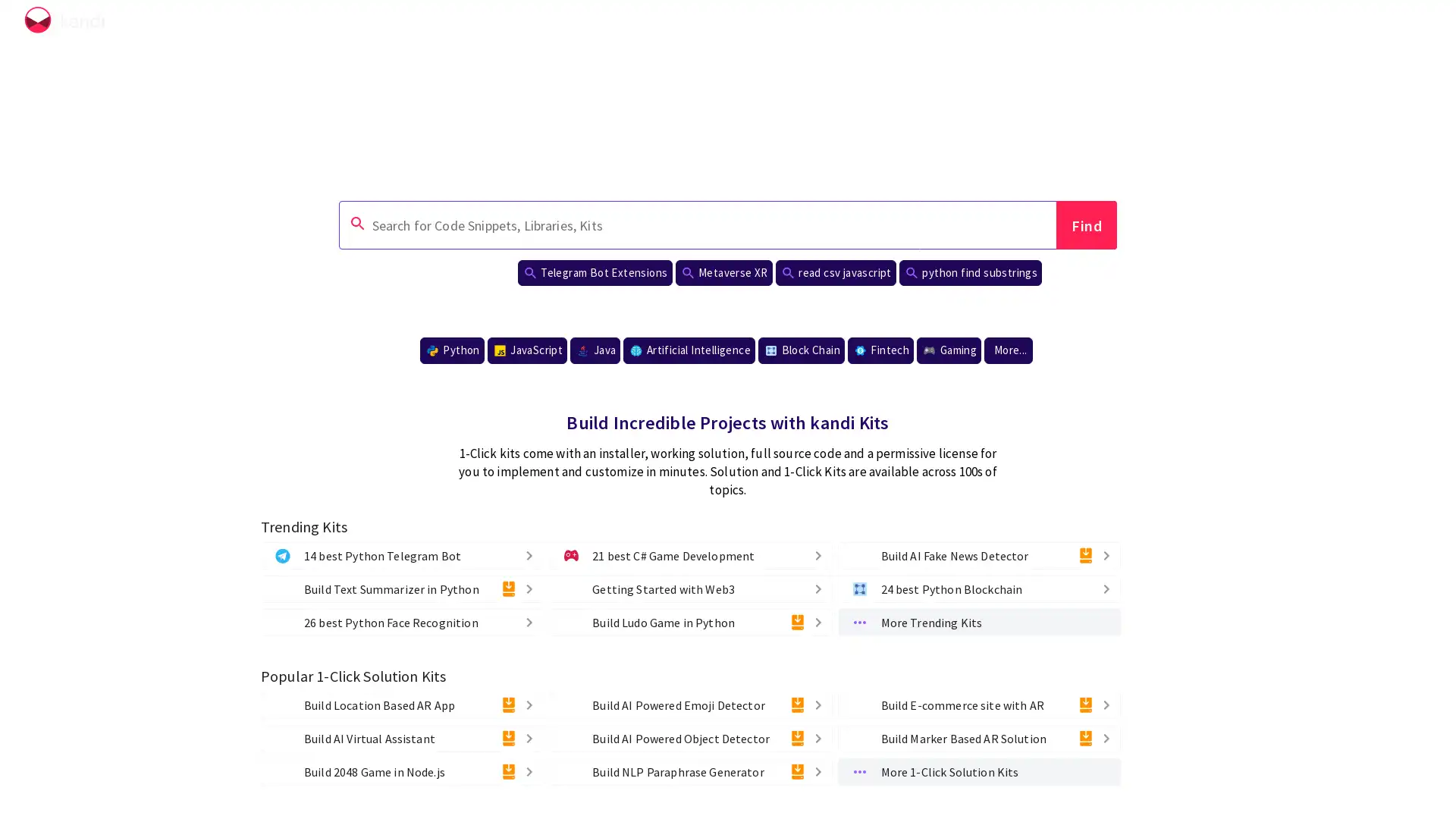 This screenshot has width=1456, height=819. What do you see at coordinates (509, 587) in the screenshot?
I see `delete` at bounding box center [509, 587].